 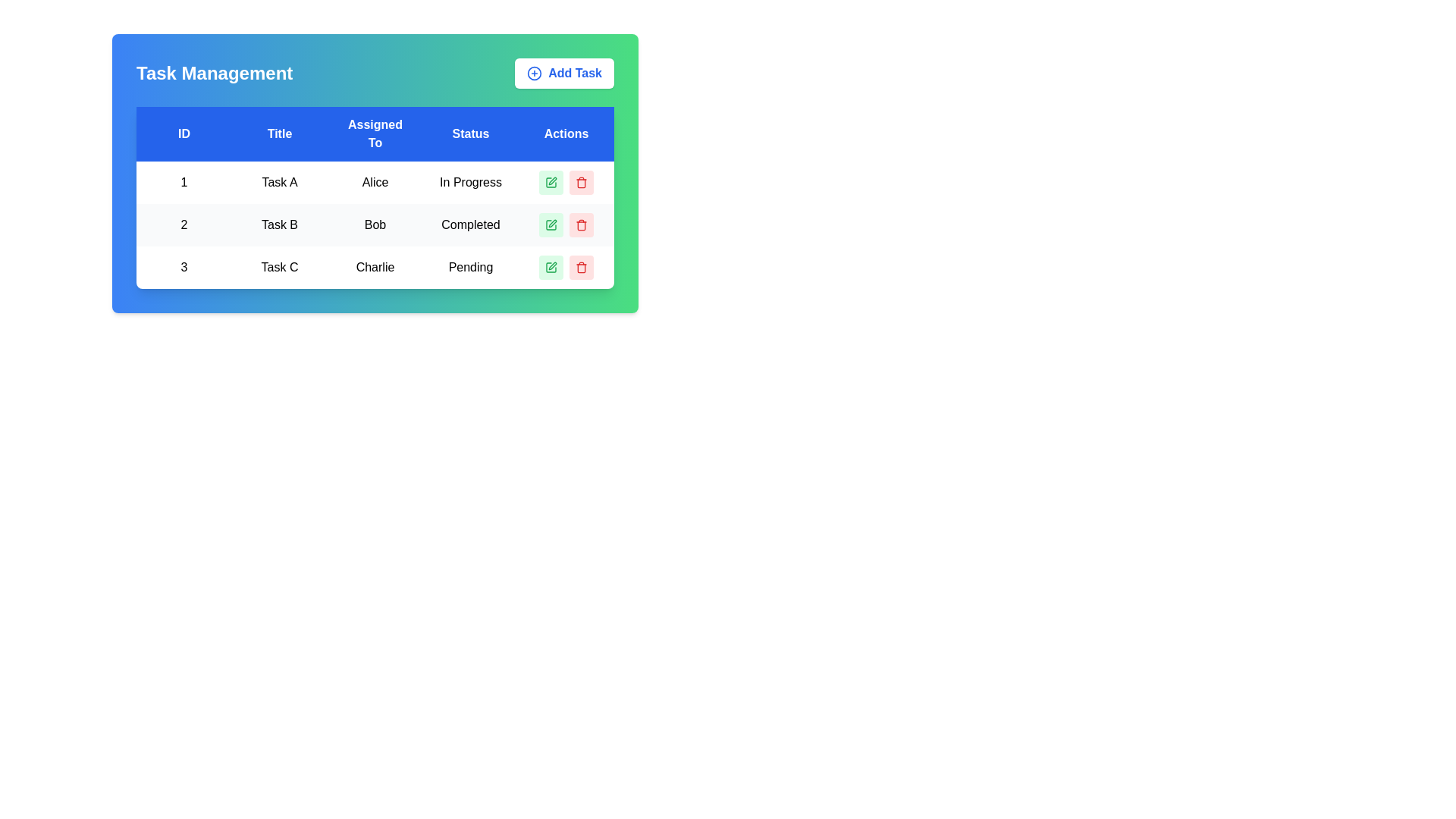 I want to click on the delete button in the 'Actions' column of the first row in the table to observe hover effects, so click(x=581, y=181).